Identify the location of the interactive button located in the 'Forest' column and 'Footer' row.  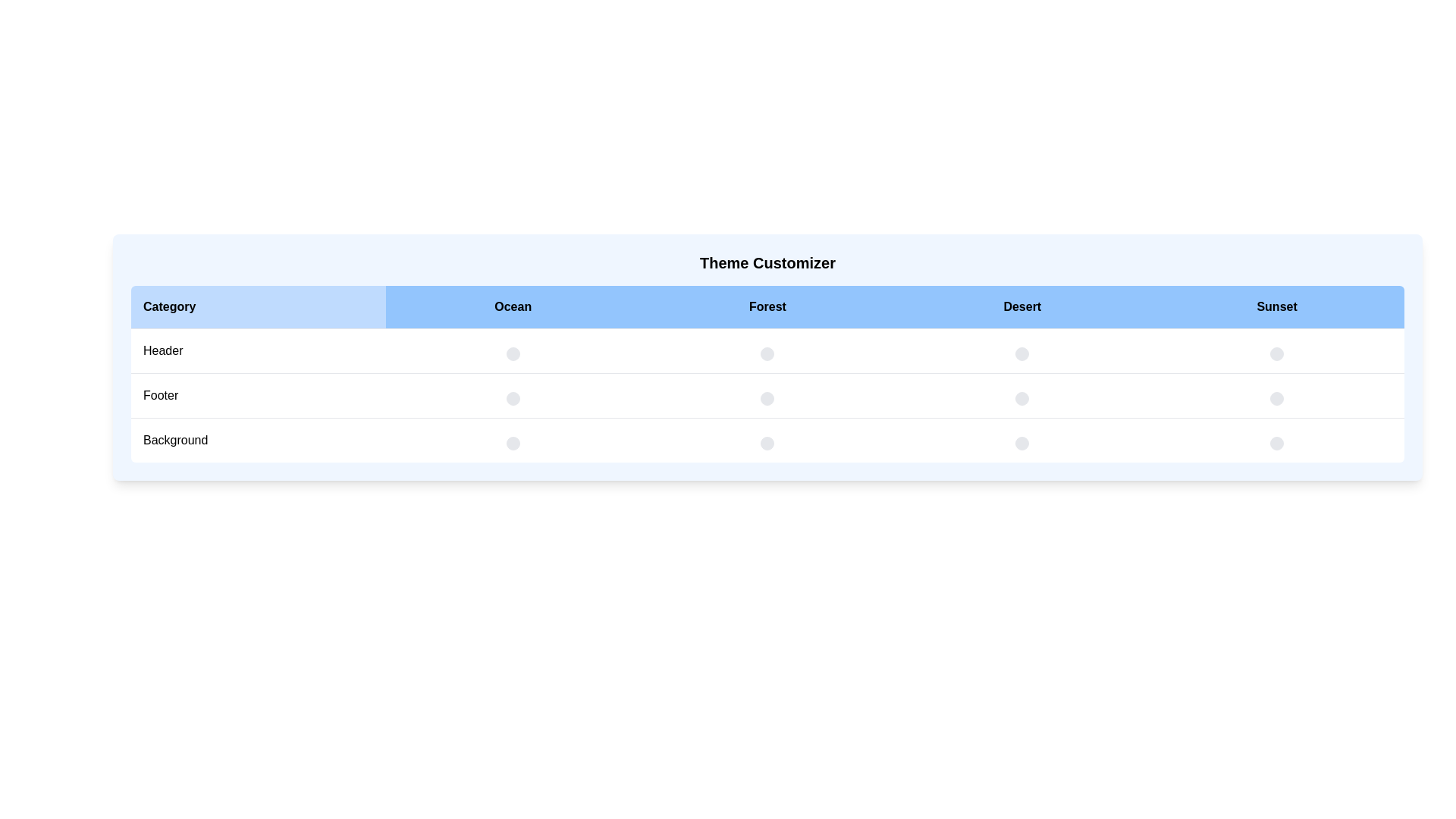
(767, 394).